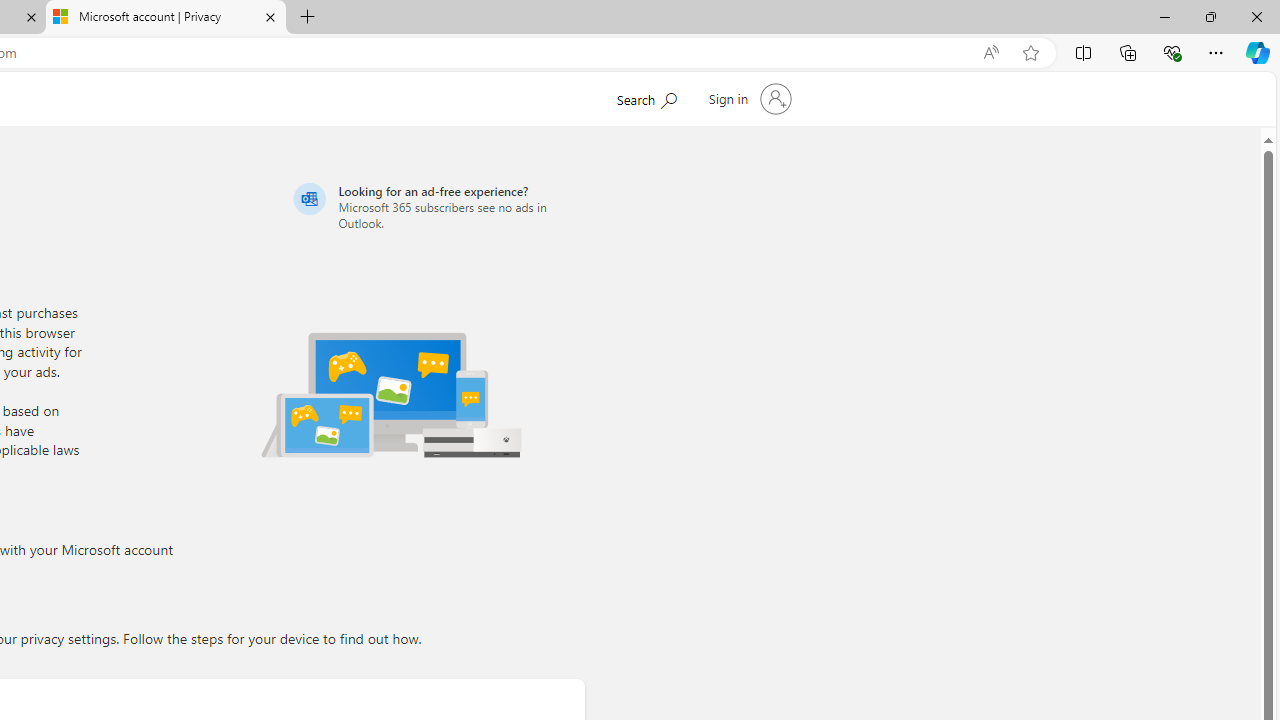 The height and width of the screenshot is (720, 1280). I want to click on 'Restore', so click(1209, 16).